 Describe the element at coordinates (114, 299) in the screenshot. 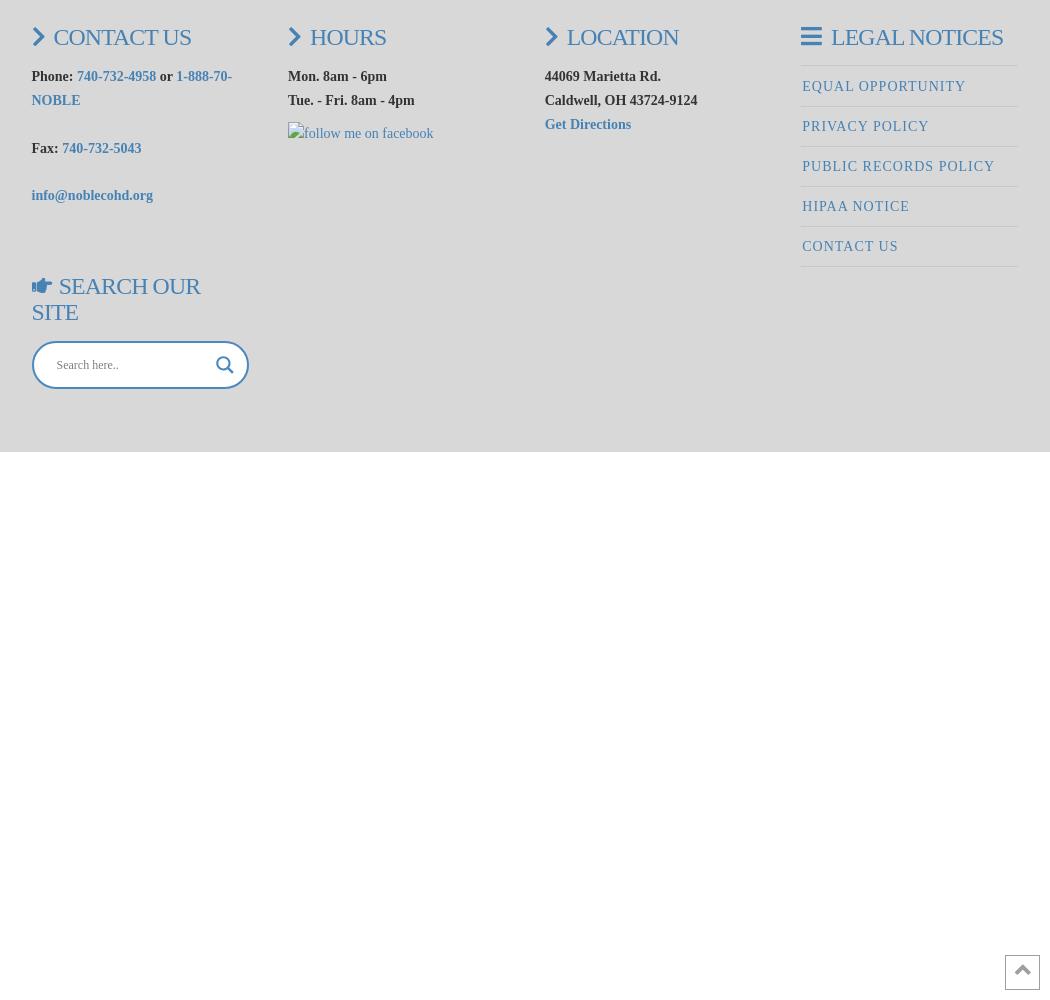

I see `'Search Our Site'` at that location.